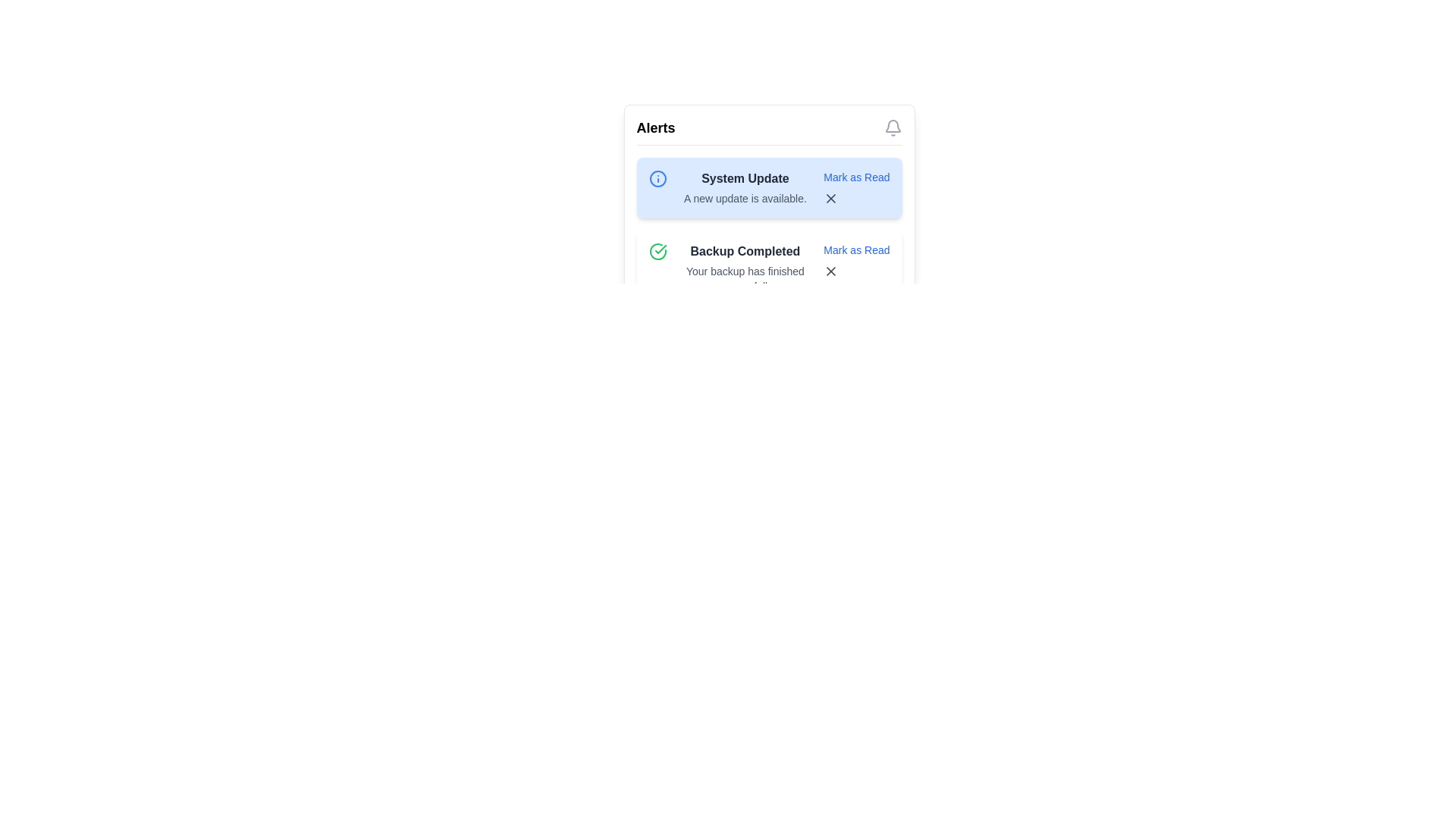 The width and height of the screenshot is (1456, 819). Describe the element at coordinates (745, 278) in the screenshot. I see `the status message text label located beneath 'Backup Completed' in the second notification block, which provides information about the backup process completion` at that location.